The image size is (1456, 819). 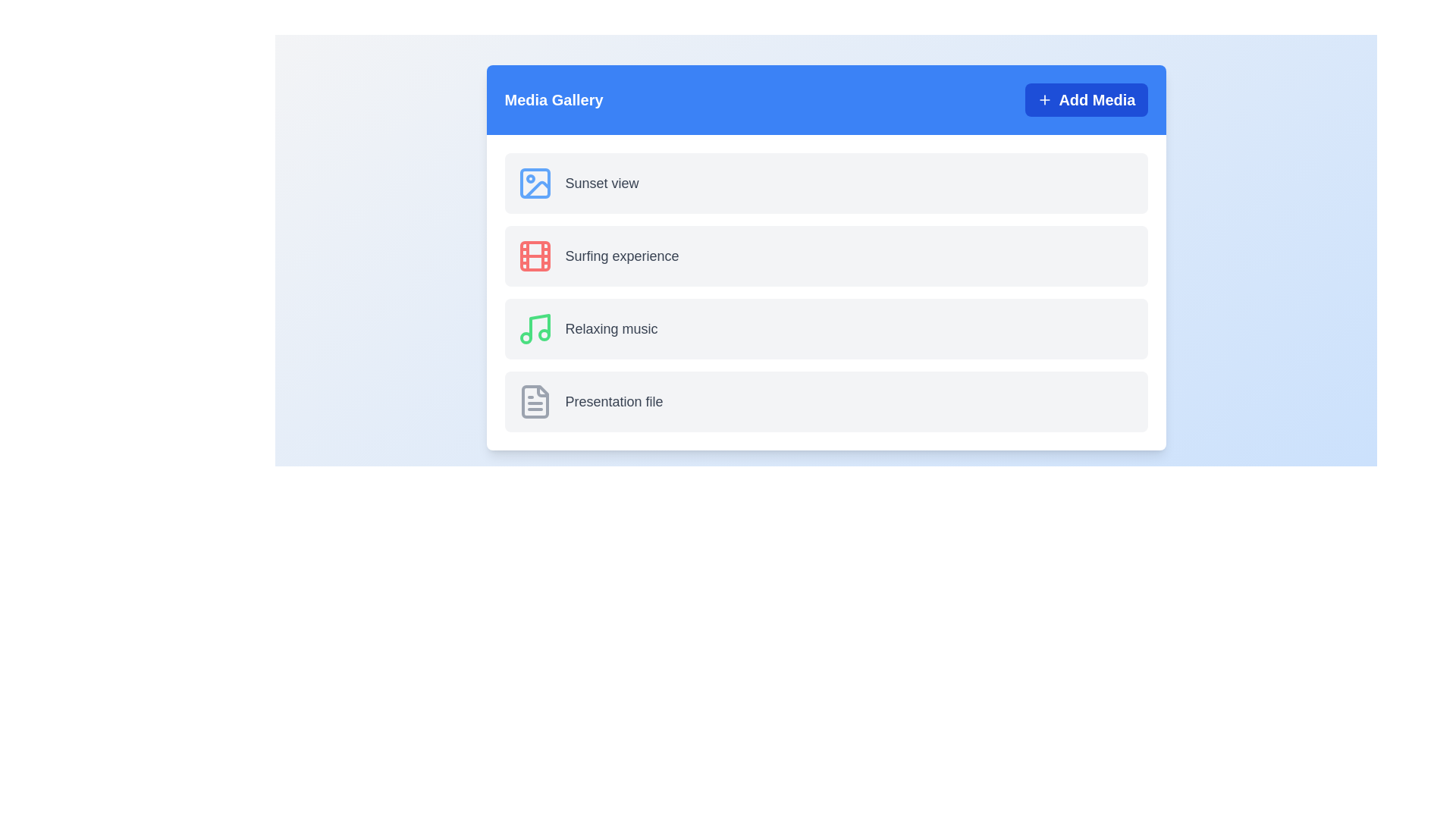 I want to click on the list item labeled 'Surfing experience', so click(x=825, y=256).